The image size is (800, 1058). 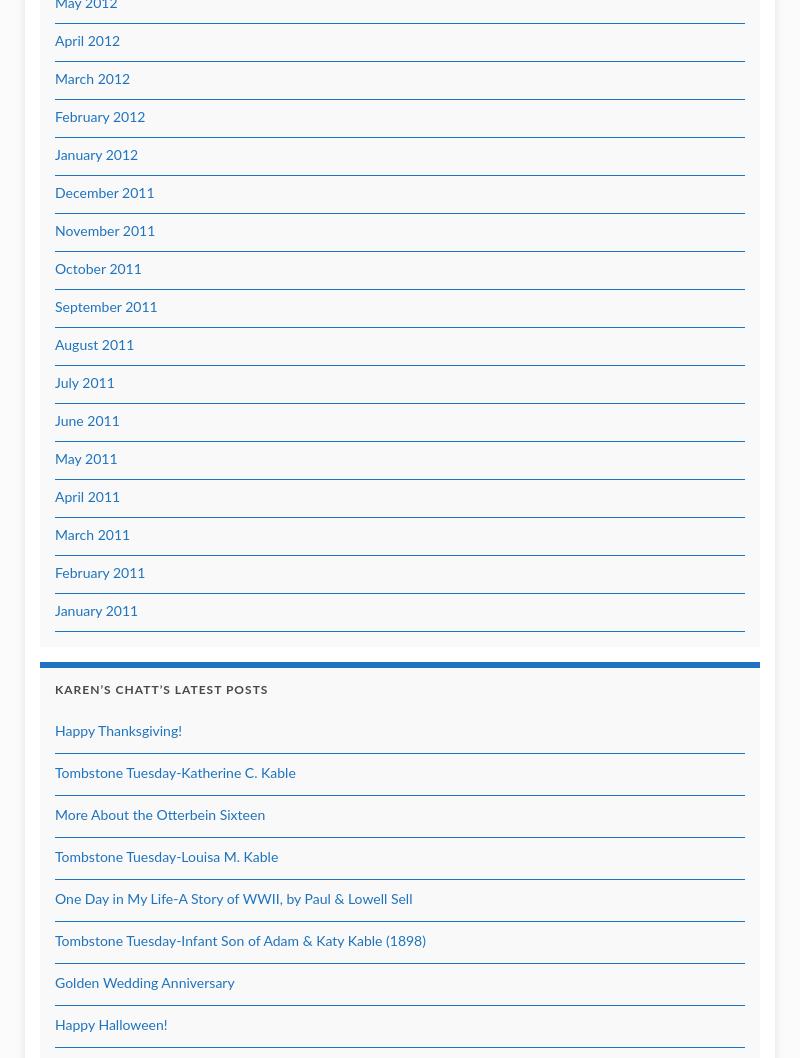 I want to click on 'Happy Halloween!', so click(x=109, y=1025).